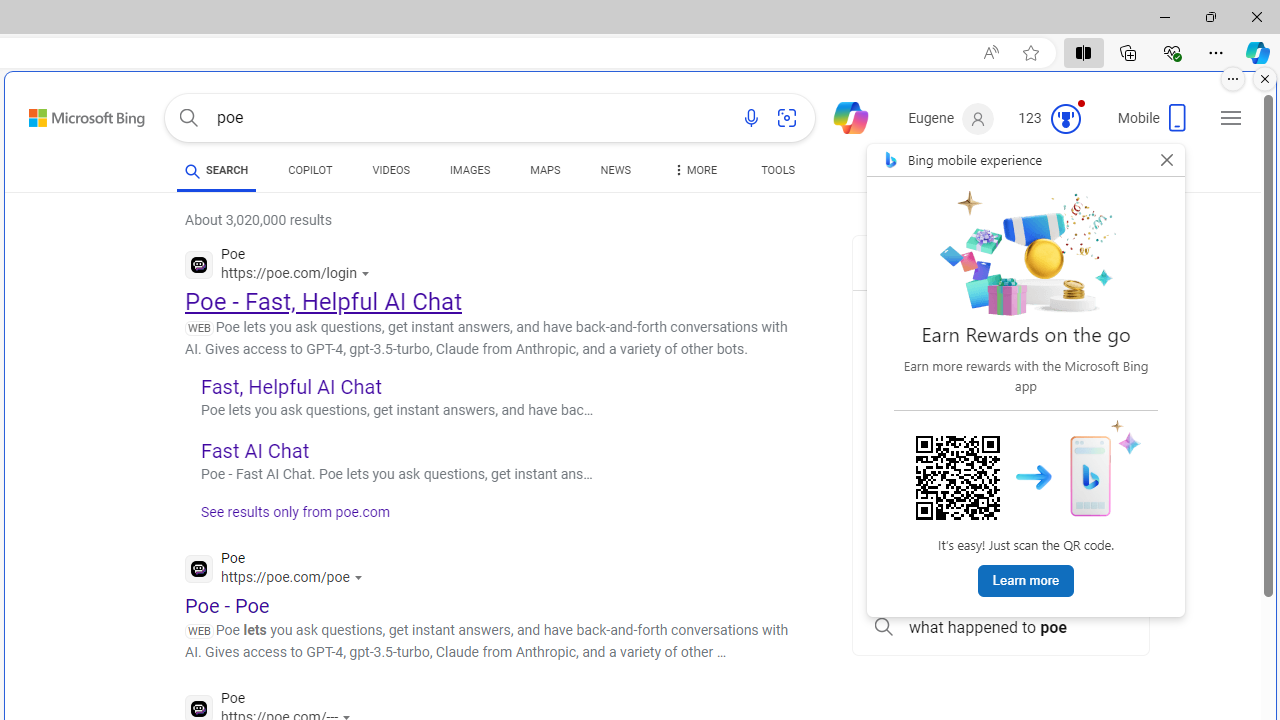 This screenshot has width=1280, height=720. I want to click on 'Scan me!', so click(957, 478).